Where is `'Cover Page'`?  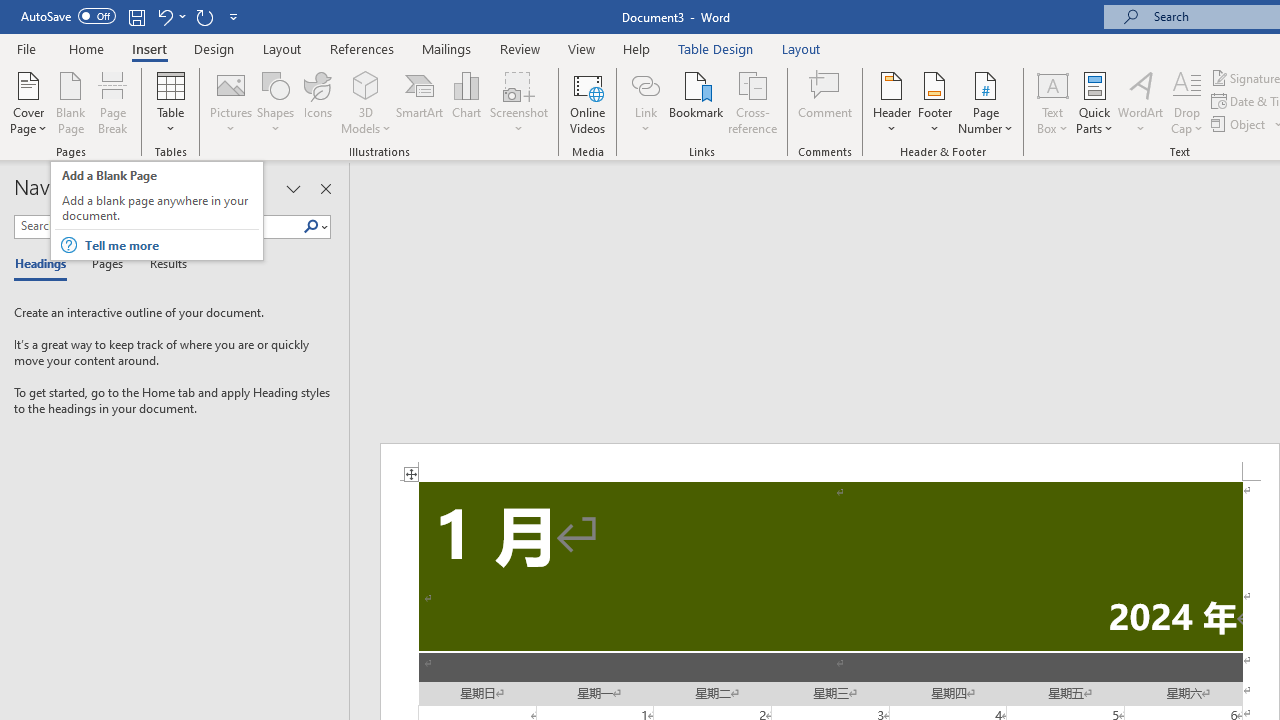
'Cover Page' is located at coordinates (28, 103).